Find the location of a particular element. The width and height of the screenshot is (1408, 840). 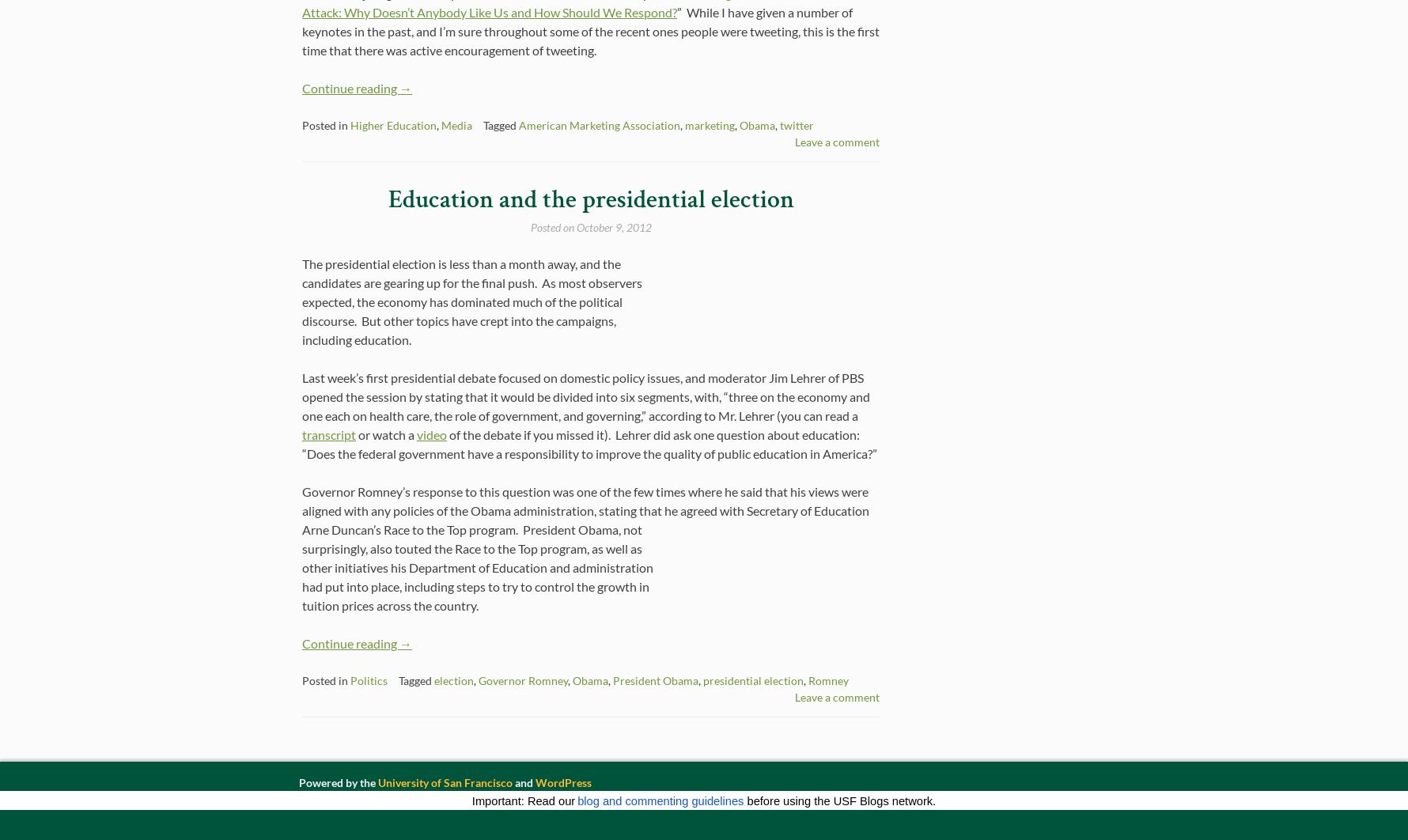

'and' is located at coordinates (524, 781).